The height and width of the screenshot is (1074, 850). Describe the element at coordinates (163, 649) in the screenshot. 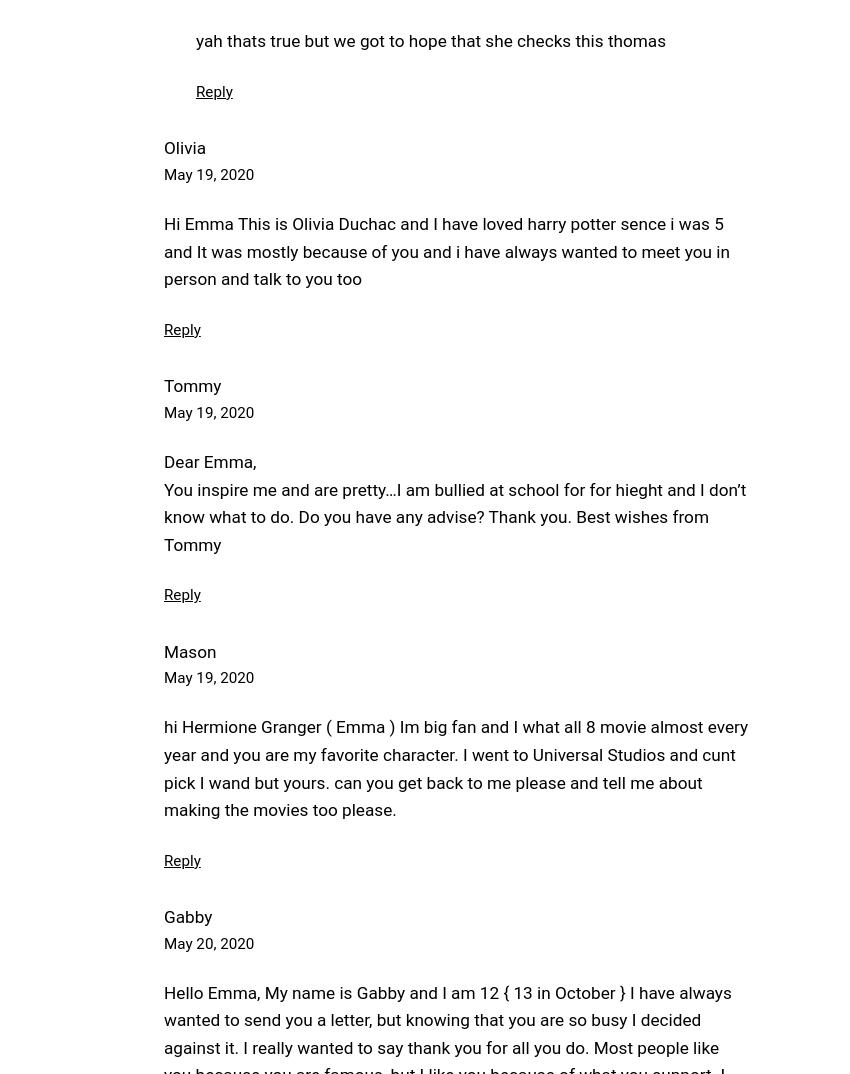

I see `'Mason'` at that location.